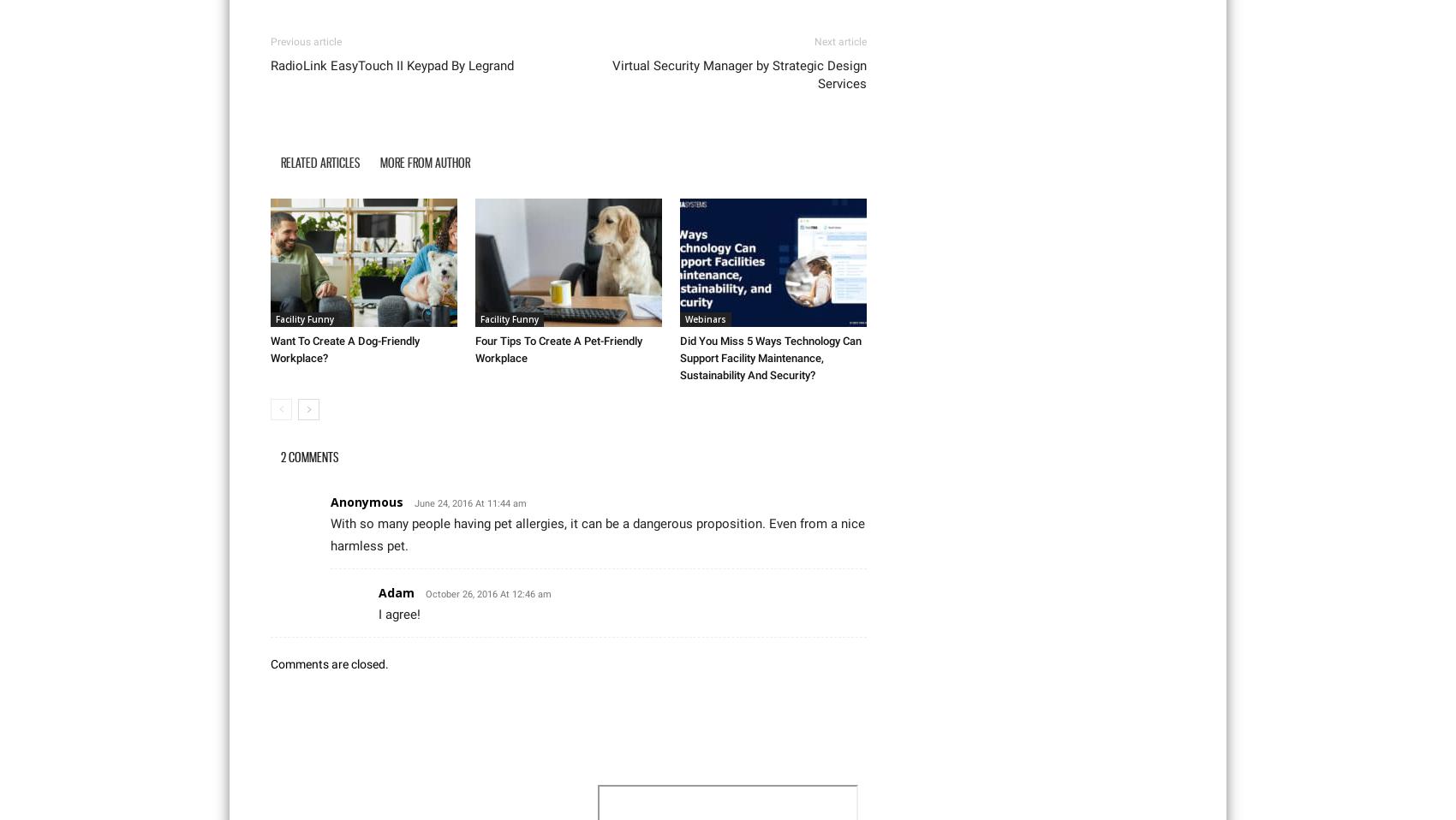 The height and width of the screenshot is (820, 1456). Describe the element at coordinates (367, 501) in the screenshot. I see `'Anonymous'` at that location.